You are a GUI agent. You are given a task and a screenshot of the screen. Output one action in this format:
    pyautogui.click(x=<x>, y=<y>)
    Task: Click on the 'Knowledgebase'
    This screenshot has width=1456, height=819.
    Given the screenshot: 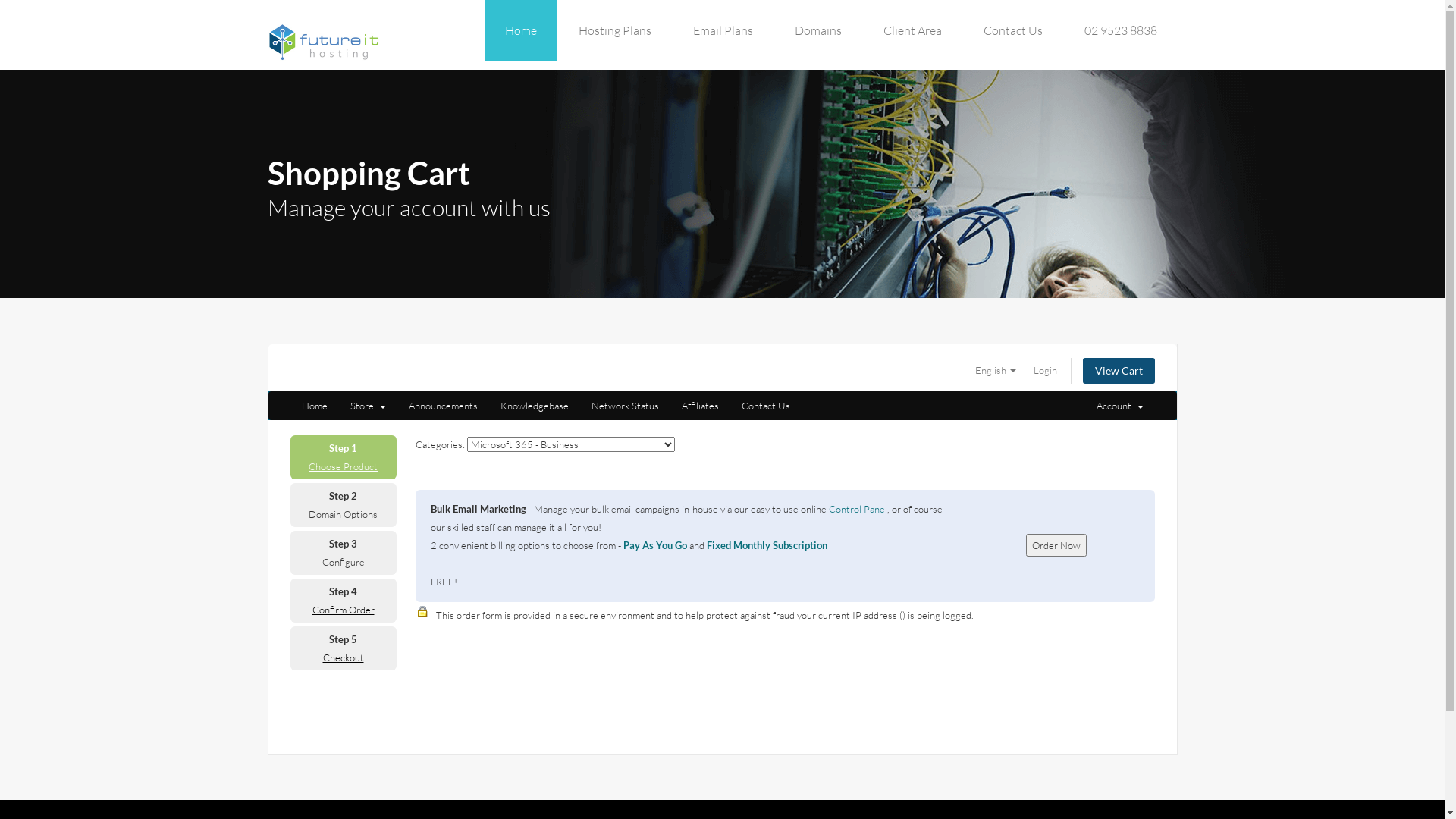 What is the action you would take?
    pyautogui.click(x=488, y=405)
    